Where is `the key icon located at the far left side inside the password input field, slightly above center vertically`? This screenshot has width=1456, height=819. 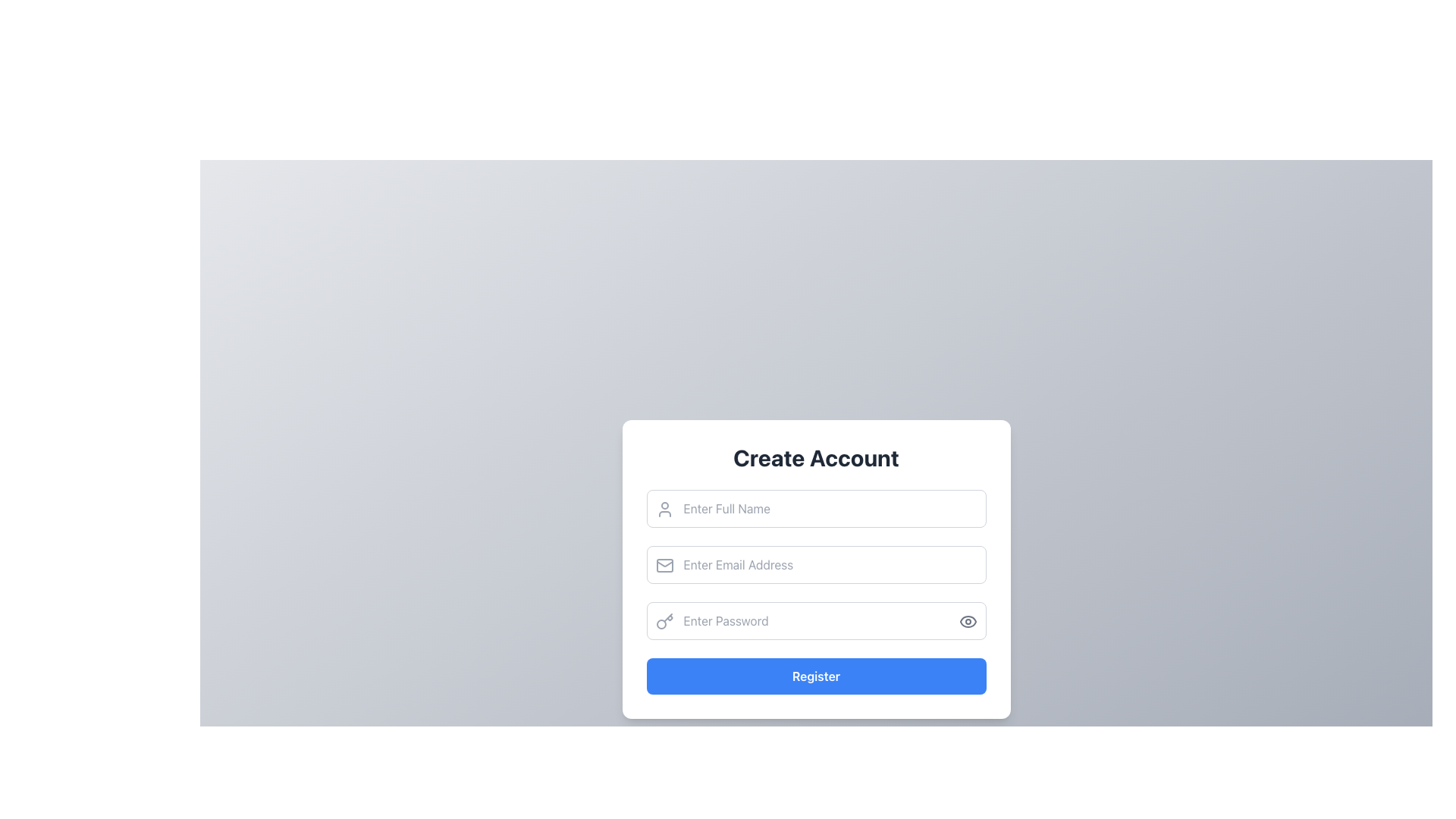 the key icon located at the far left side inside the password input field, slightly above center vertically is located at coordinates (664, 622).